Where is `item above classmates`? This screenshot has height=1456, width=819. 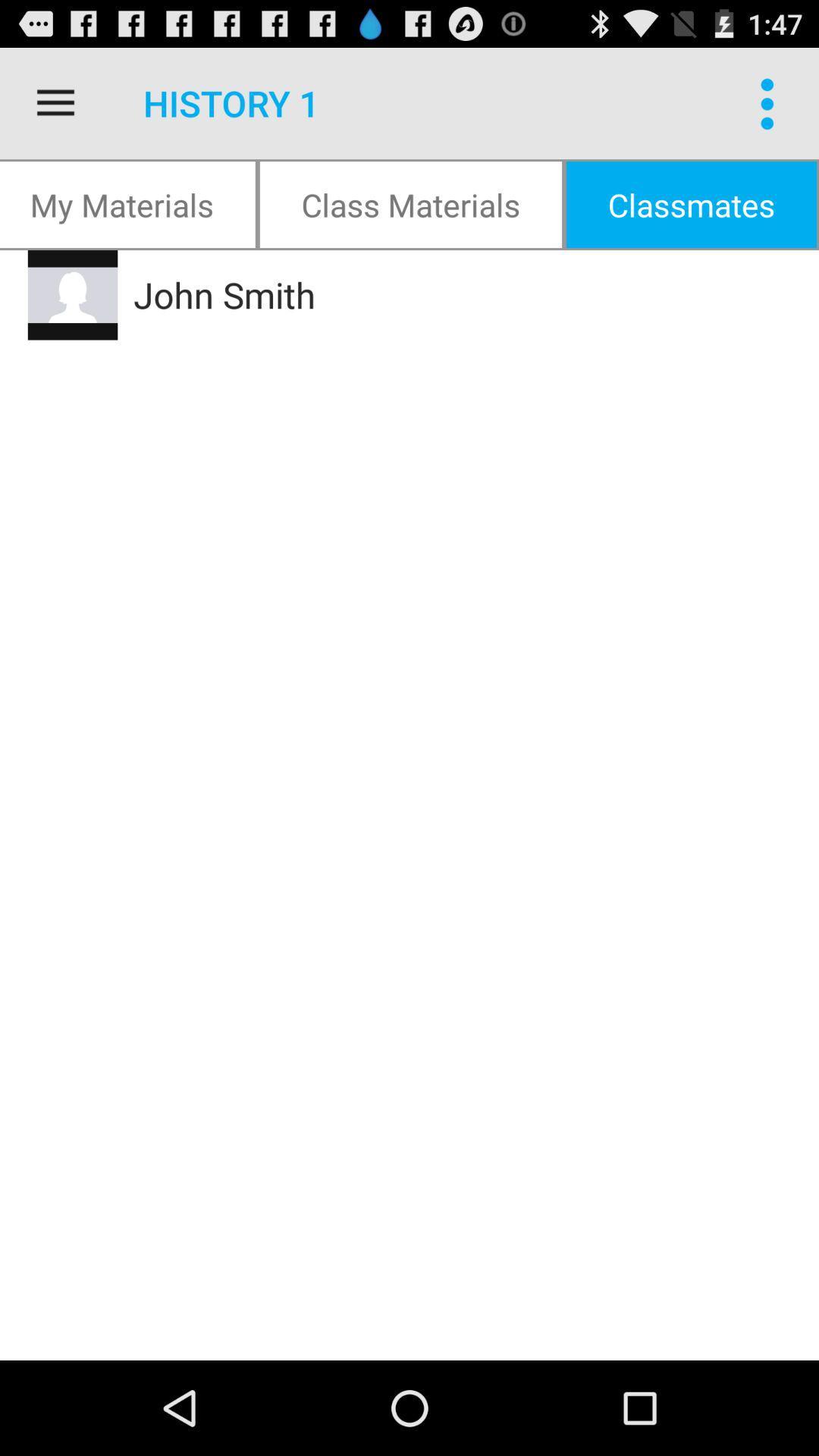
item above classmates is located at coordinates (771, 102).